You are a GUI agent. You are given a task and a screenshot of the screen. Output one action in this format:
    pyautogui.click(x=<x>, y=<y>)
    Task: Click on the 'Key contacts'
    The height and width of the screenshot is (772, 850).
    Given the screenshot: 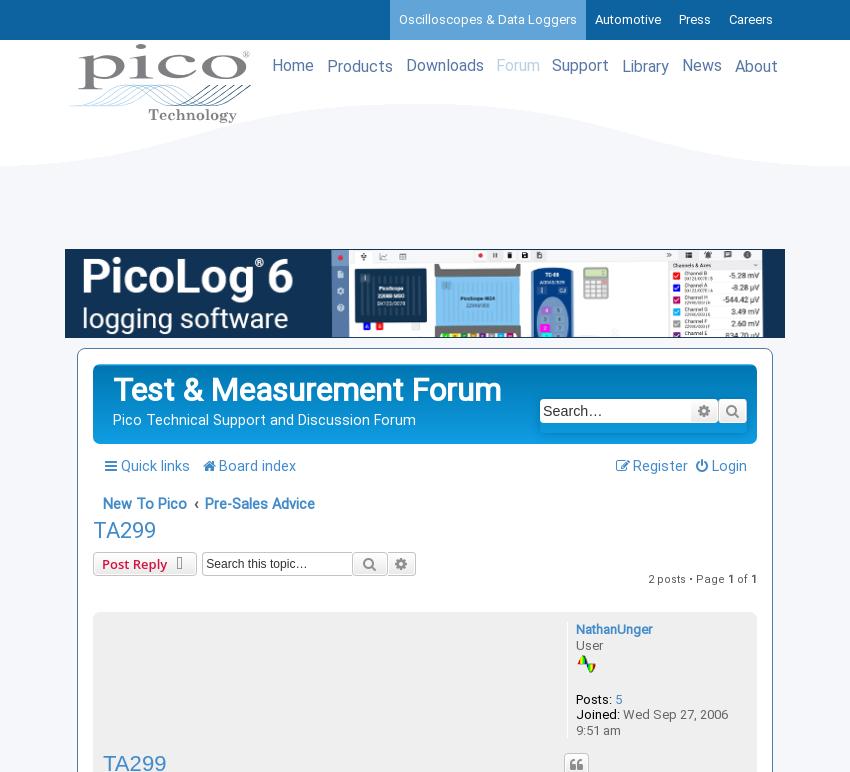 What is the action you would take?
    pyautogui.click(x=634, y=574)
    